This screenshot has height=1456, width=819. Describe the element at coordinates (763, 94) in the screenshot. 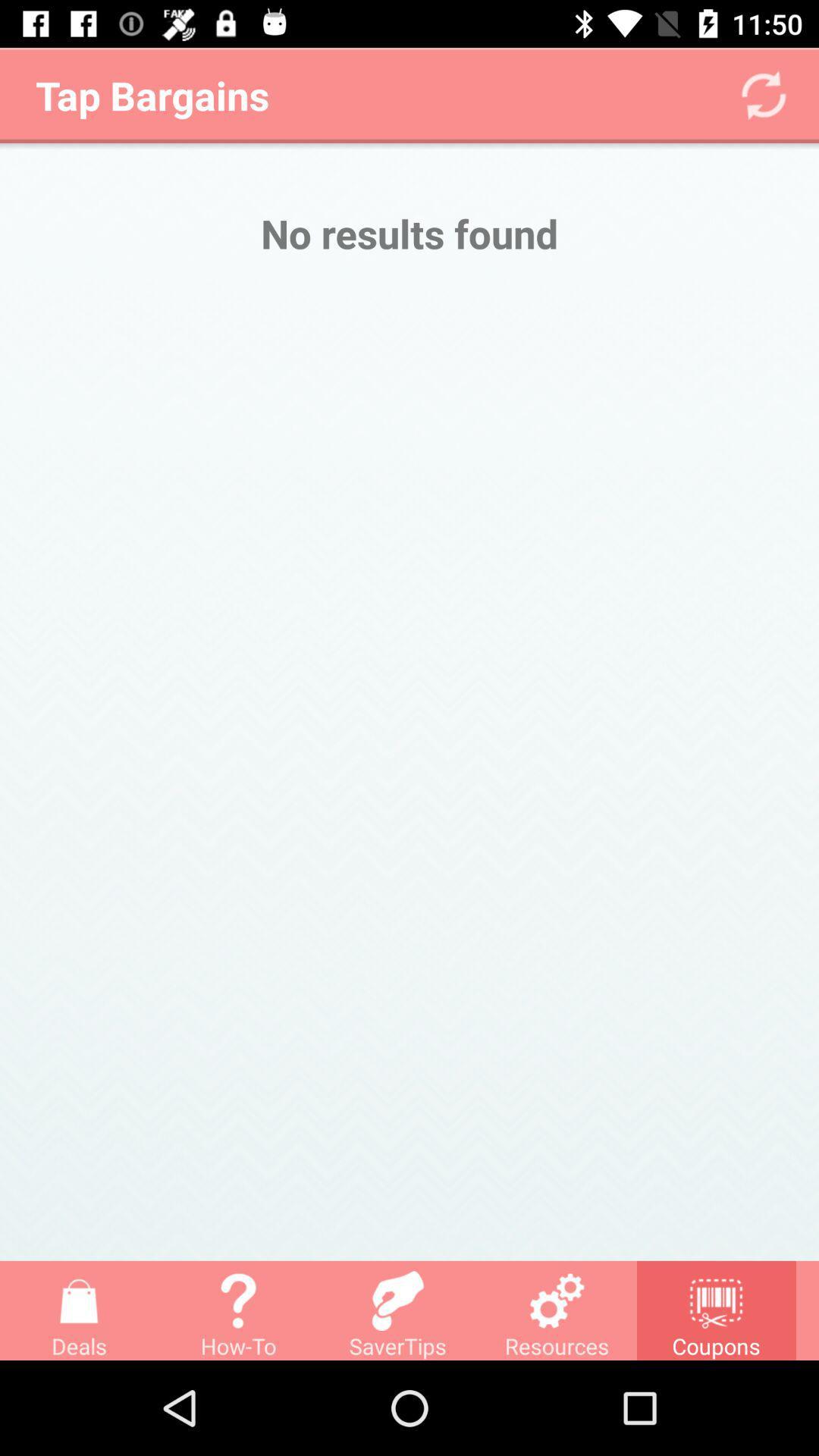

I see `the refresh icon` at that location.